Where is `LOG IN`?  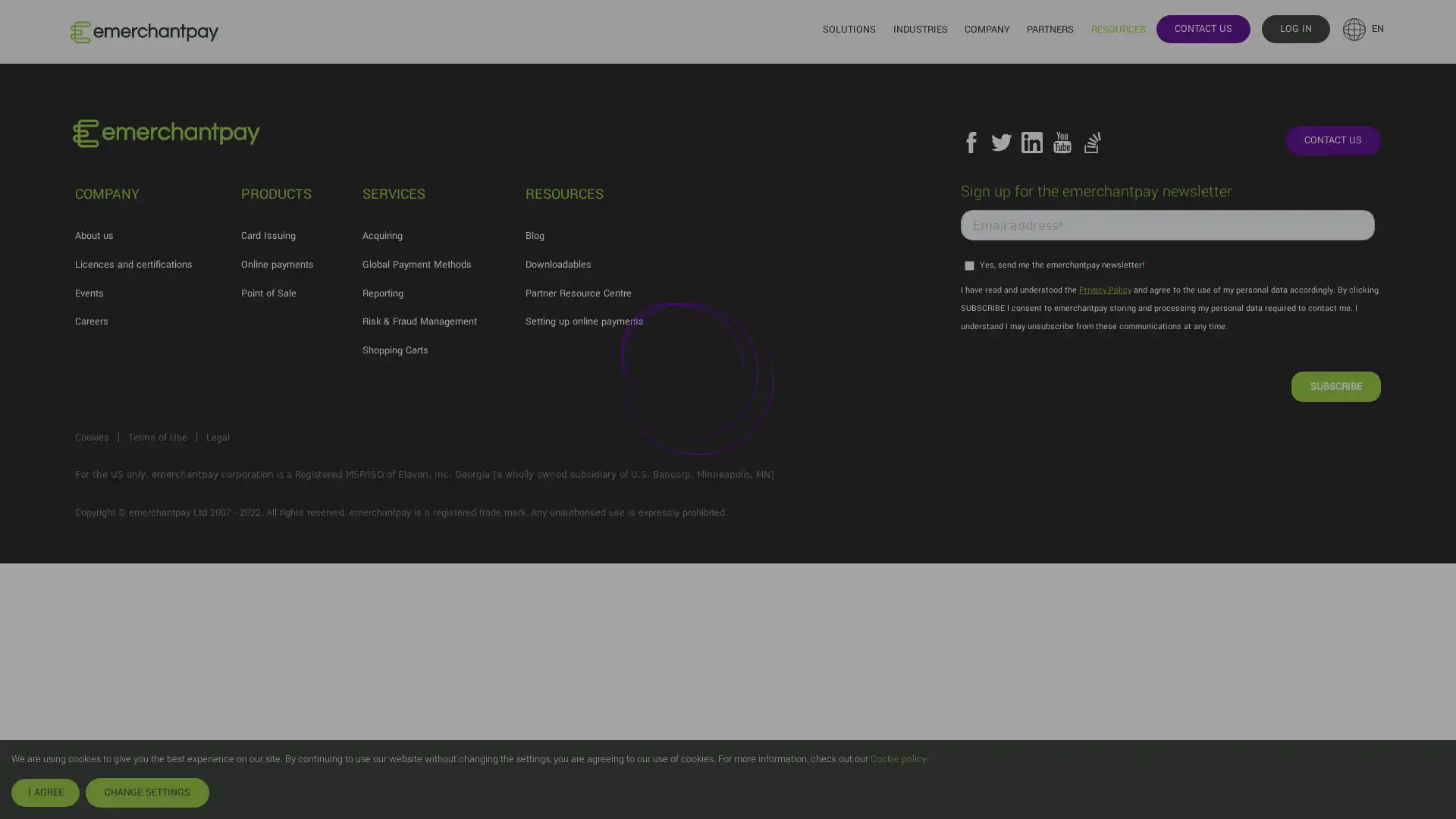
LOG IN is located at coordinates (1294, 28).